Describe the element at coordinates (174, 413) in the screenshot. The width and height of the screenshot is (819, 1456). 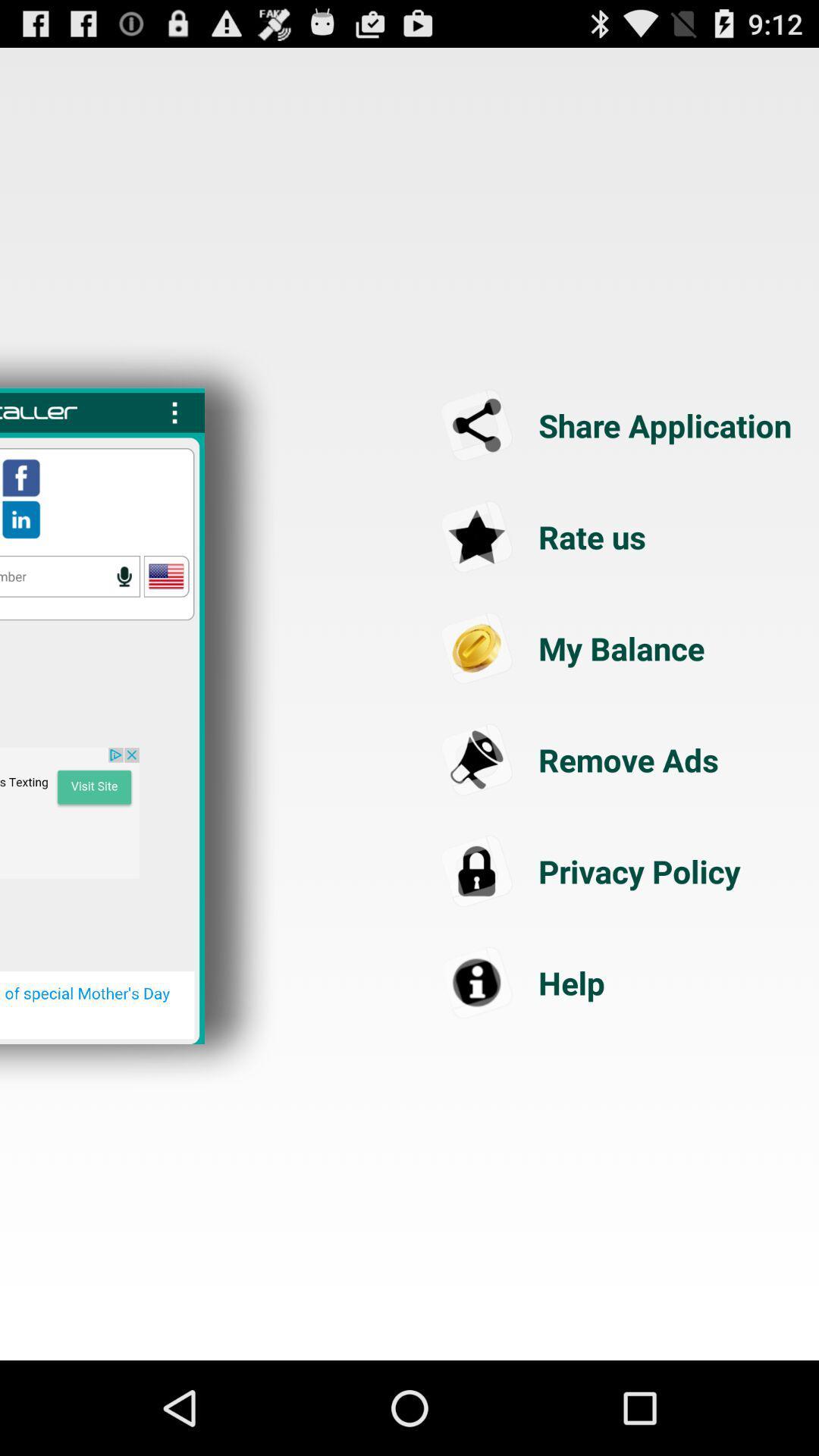
I see `the more options icon` at that location.